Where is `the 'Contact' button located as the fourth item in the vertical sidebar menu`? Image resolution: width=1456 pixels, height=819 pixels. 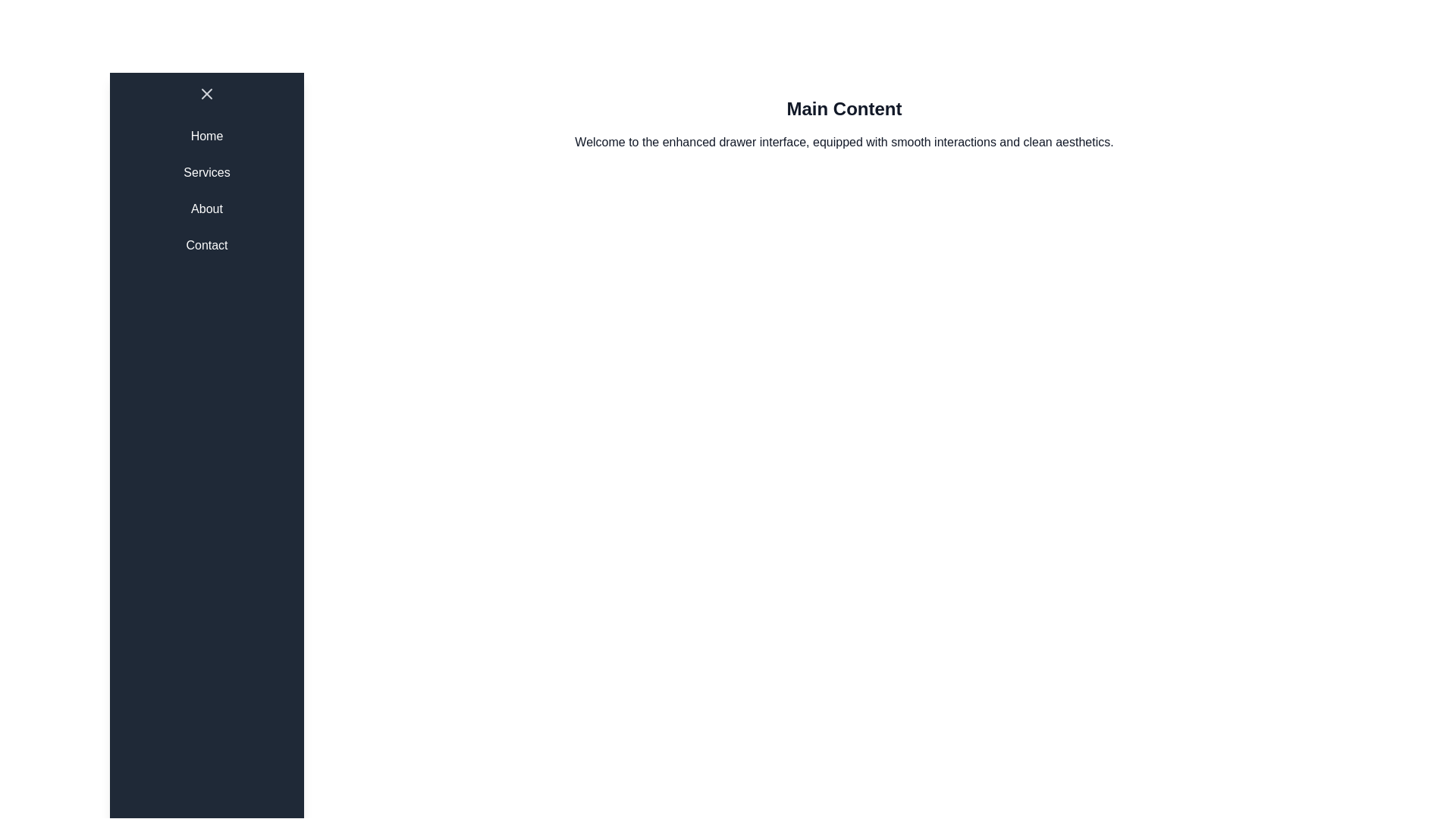
the 'Contact' button located as the fourth item in the vertical sidebar menu is located at coordinates (206, 245).